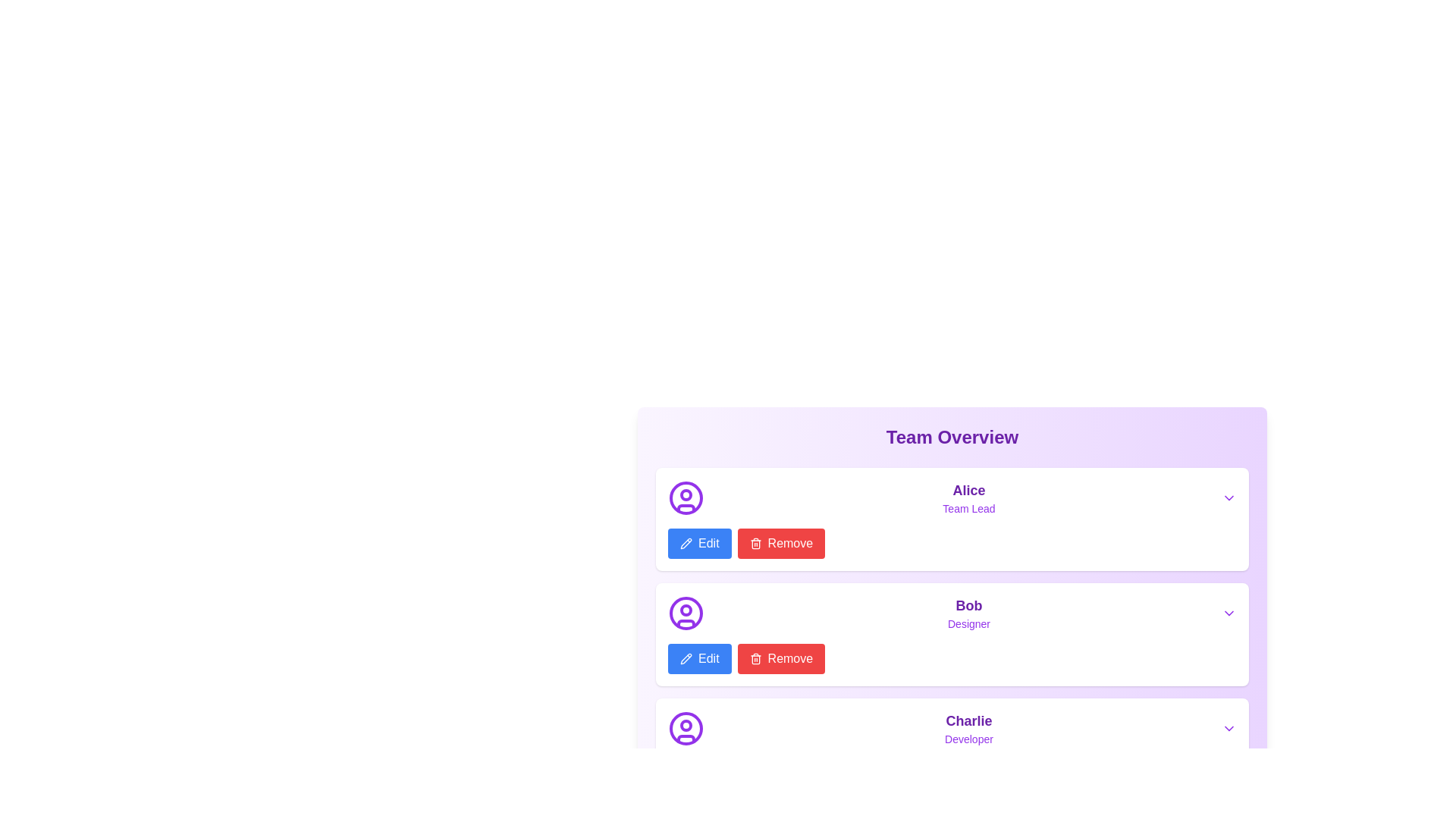 Image resolution: width=1456 pixels, height=819 pixels. Describe the element at coordinates (686, 657) in the screenshot. I see `the 'Edit' icon located adjacent to the blue 'Edit' button for the second user entry, 'Bob', in the 'Team Overview' section to invoke edit functionality` at that location.